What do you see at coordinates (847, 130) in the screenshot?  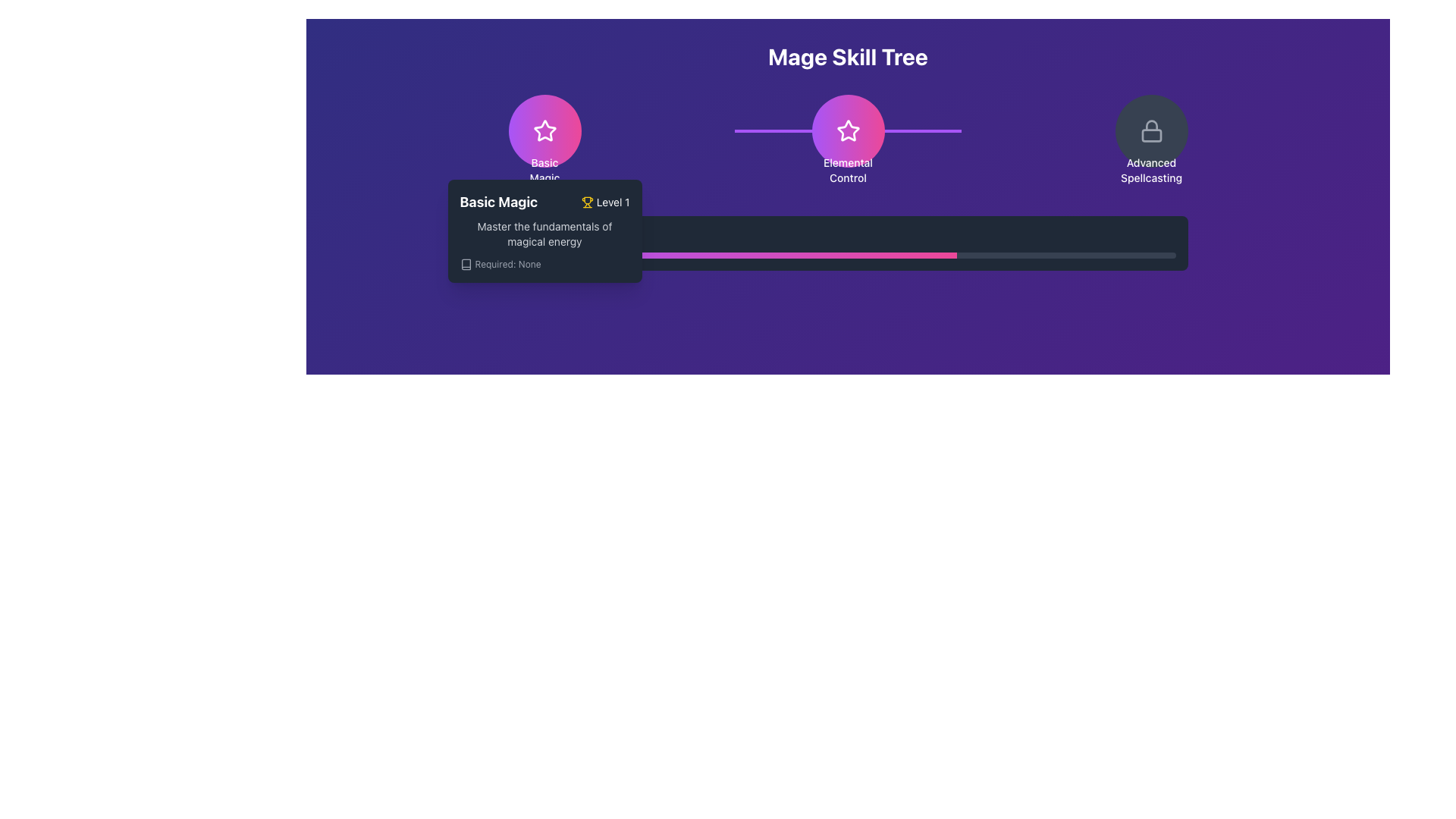 I see `the 'Elemental Control' button in the center of the Mage Skill Tree` at bounding box center [847, 130].